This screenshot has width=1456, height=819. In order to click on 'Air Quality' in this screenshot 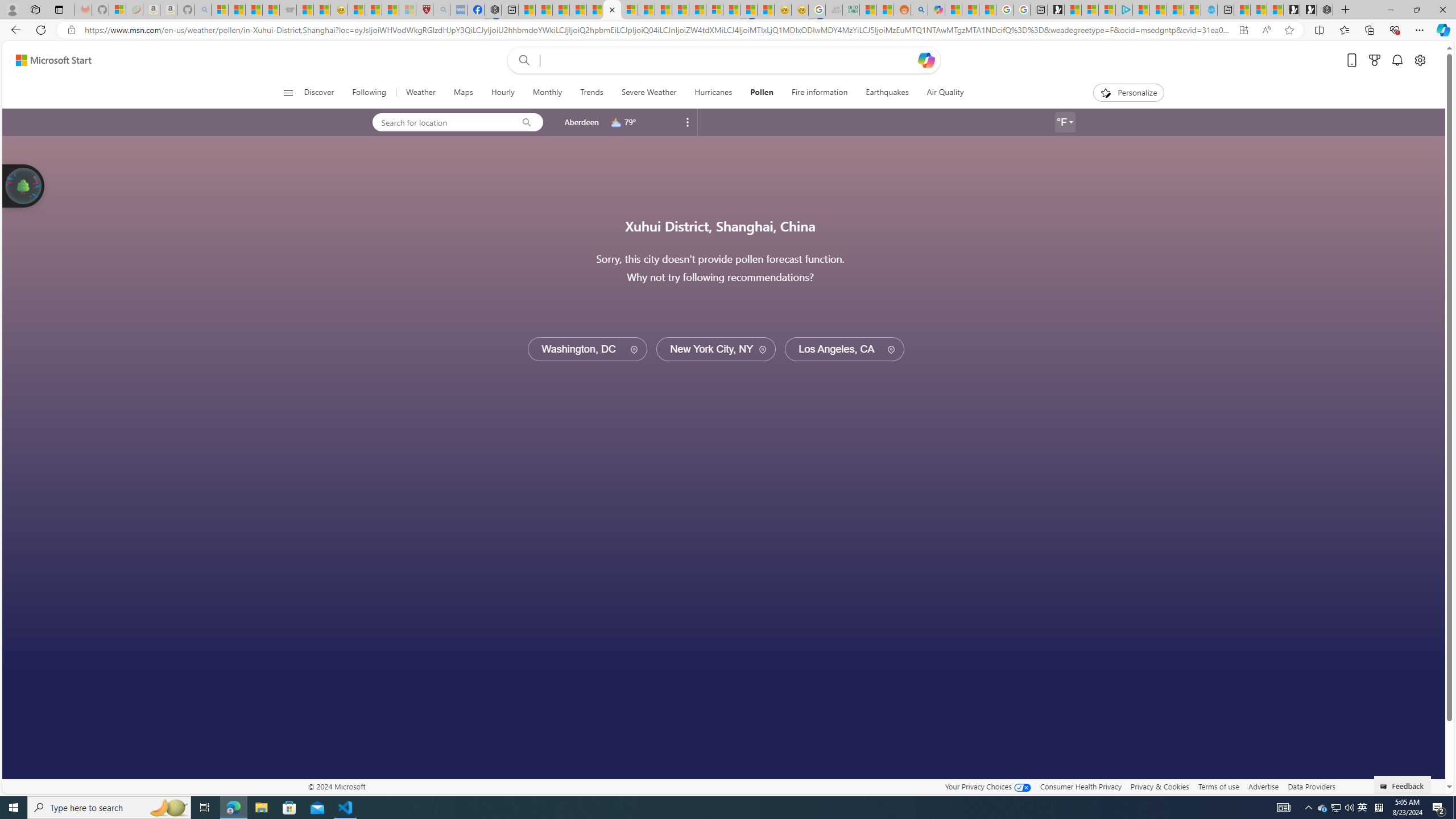, I will do `click(940, 92)`.